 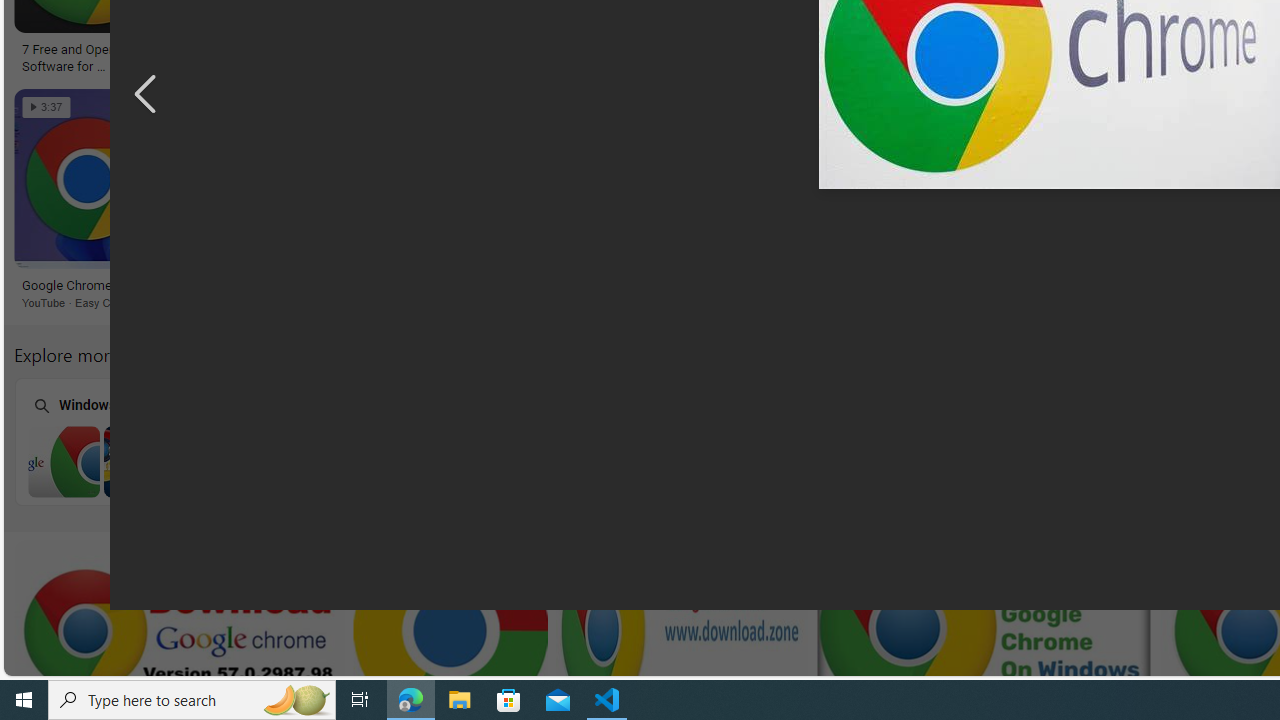 I want to click on '3:37', so click(x=46, y=107).